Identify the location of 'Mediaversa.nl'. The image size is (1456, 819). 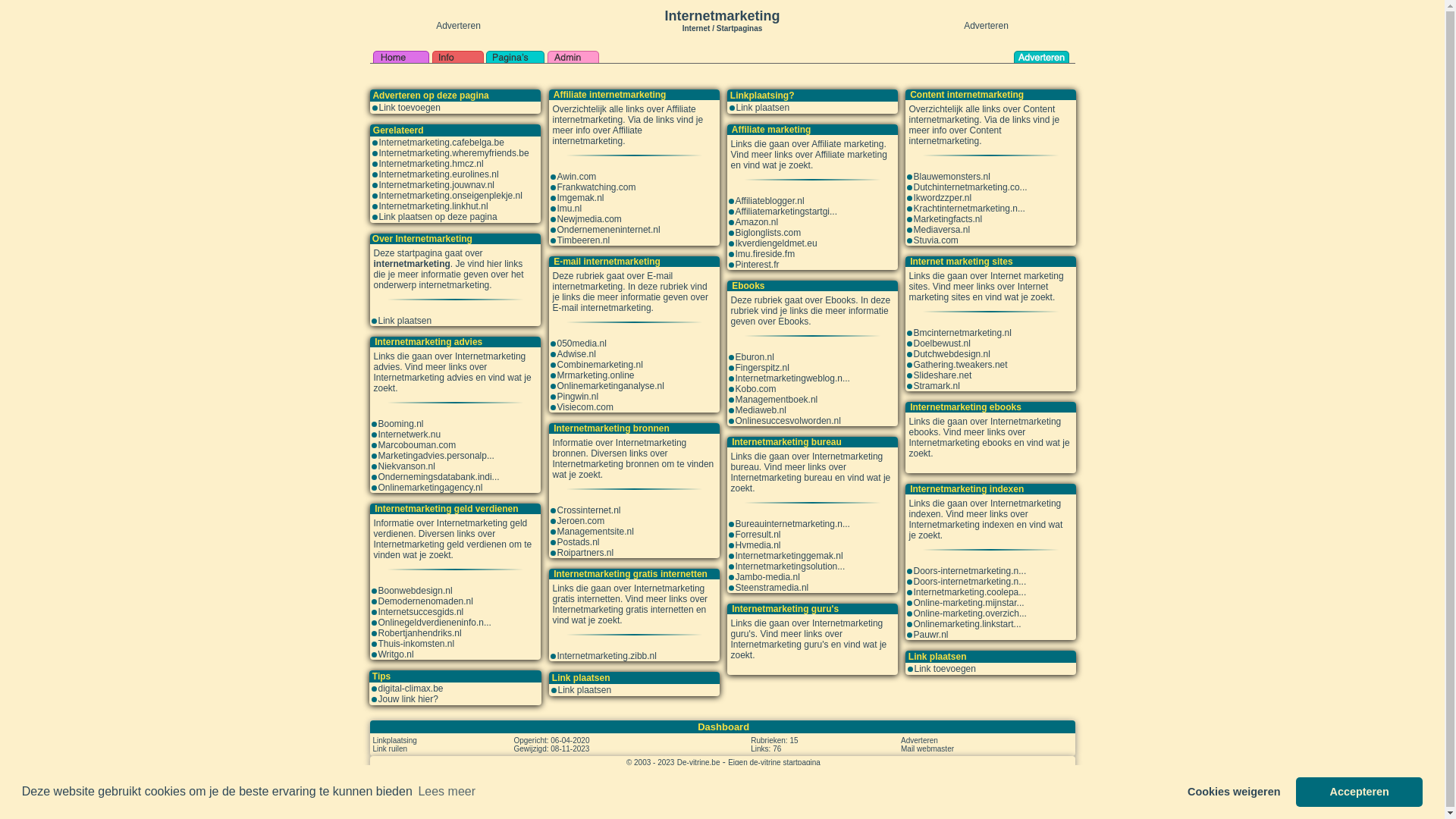
(940, 230).